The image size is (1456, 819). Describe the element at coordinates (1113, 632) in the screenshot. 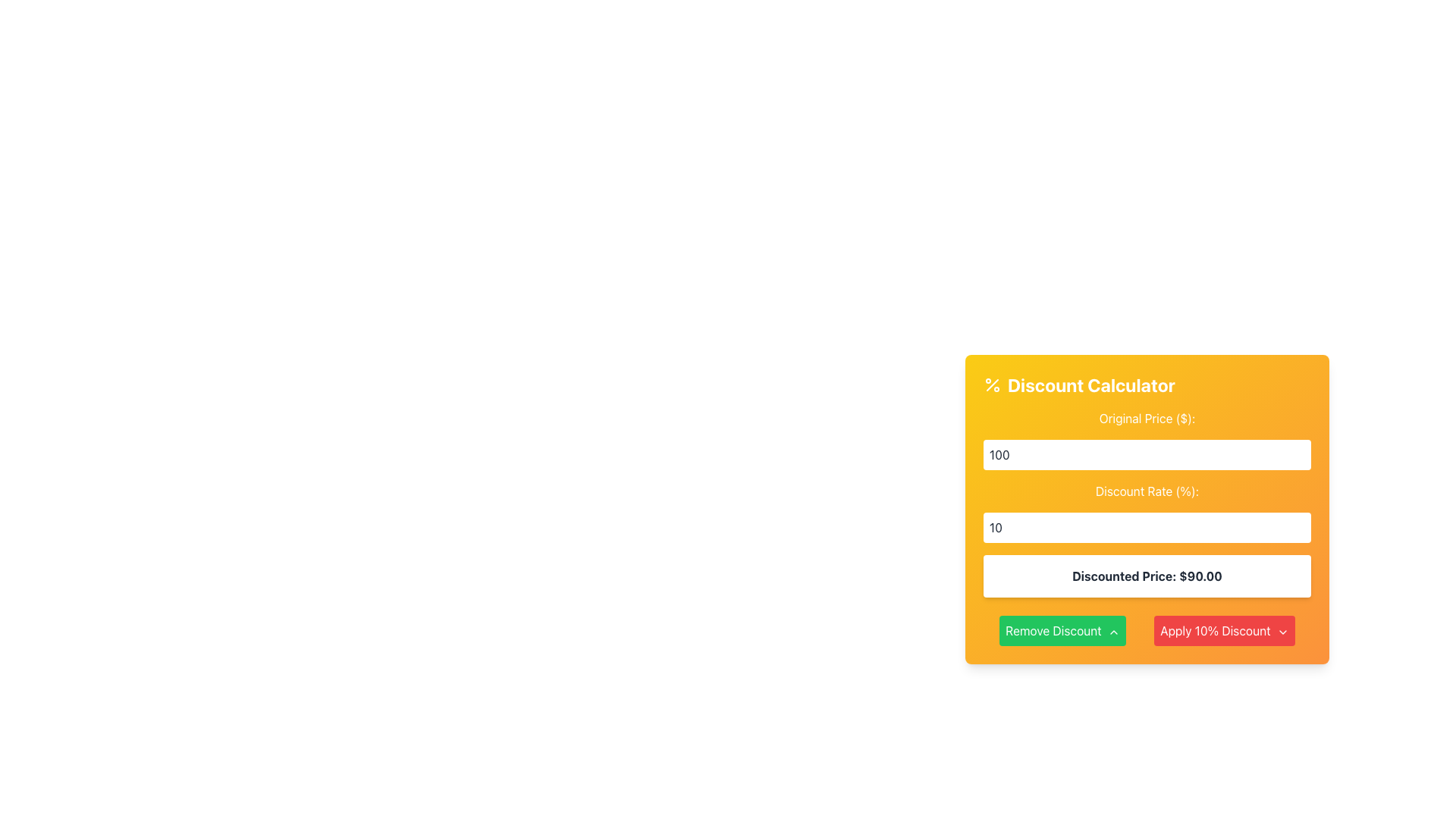

I see `the chevron icon located at the right end of the 'Remove Discount' button, which indicates additional options related to the discount feature` at that location.